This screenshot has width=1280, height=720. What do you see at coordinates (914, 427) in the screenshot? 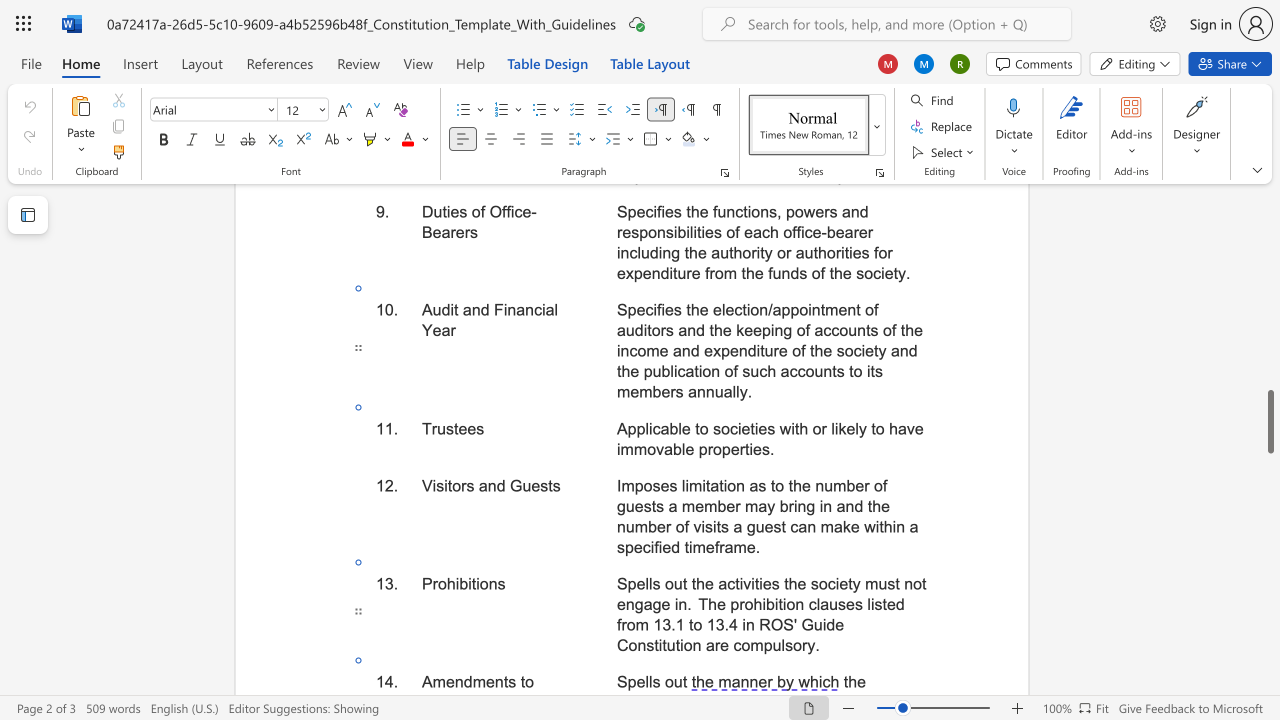
I see `the space between the continuous character "v" and "e" in the text` at bounding box center [914, 427].